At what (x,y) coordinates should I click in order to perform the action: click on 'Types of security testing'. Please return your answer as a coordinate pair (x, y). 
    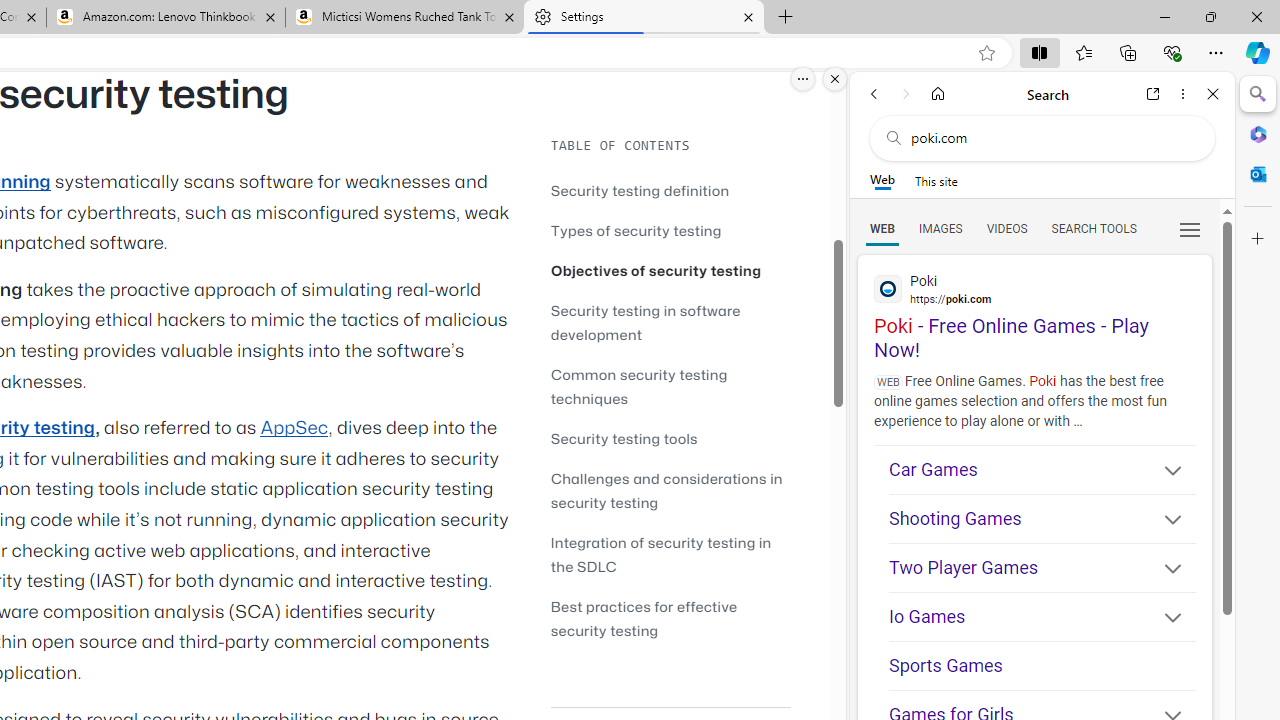
    Looking at the image, I should click on (635, 229).